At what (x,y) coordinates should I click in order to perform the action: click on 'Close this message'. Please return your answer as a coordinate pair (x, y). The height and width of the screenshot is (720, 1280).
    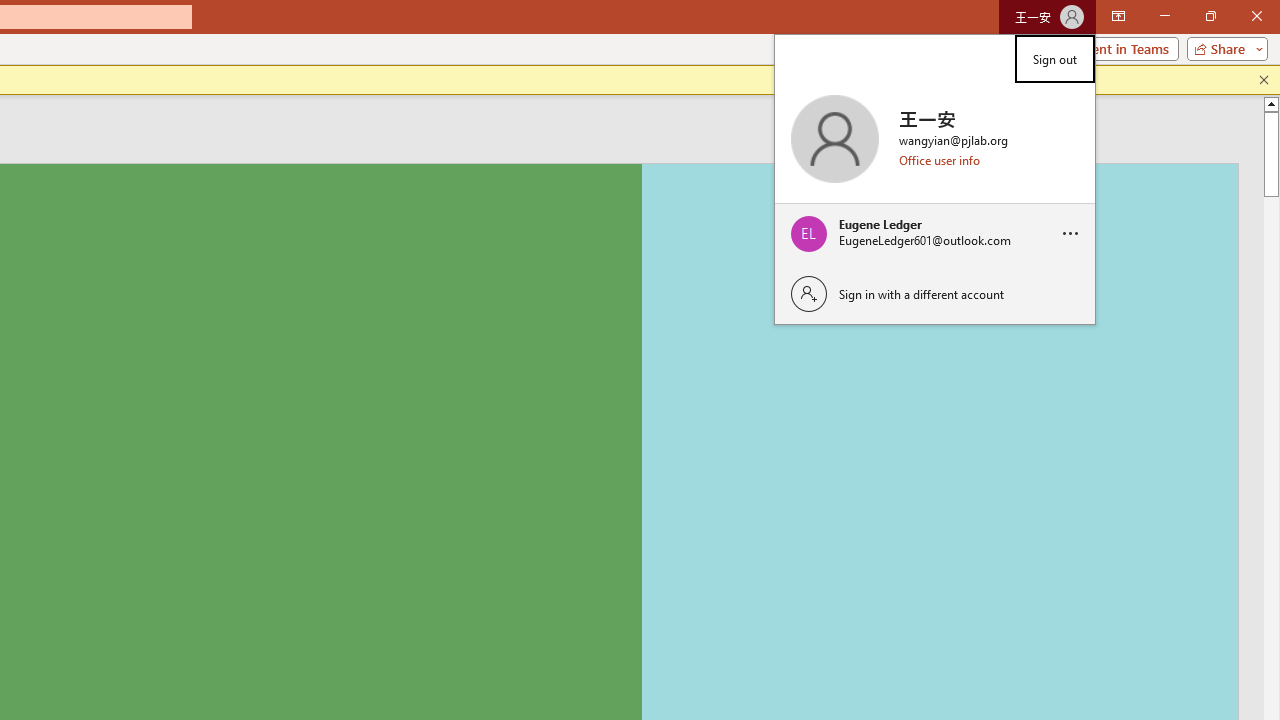
    Looking at the image, I should click on (1263, 79).